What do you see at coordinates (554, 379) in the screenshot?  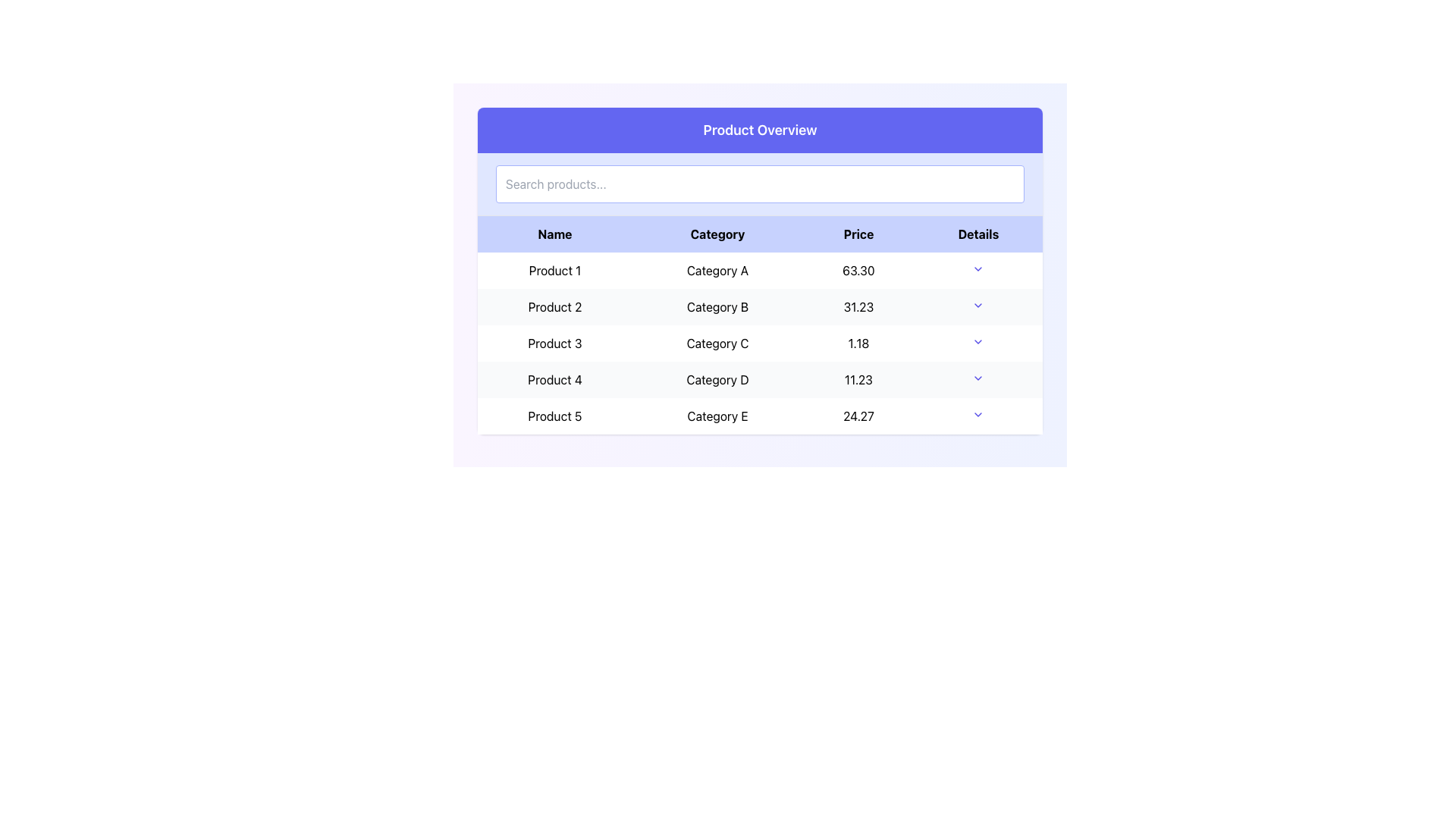 I see `text displayed in the 'Name' column for 'Product 4', which is located in the fourth row of the table` at bounding box center [554, 379].